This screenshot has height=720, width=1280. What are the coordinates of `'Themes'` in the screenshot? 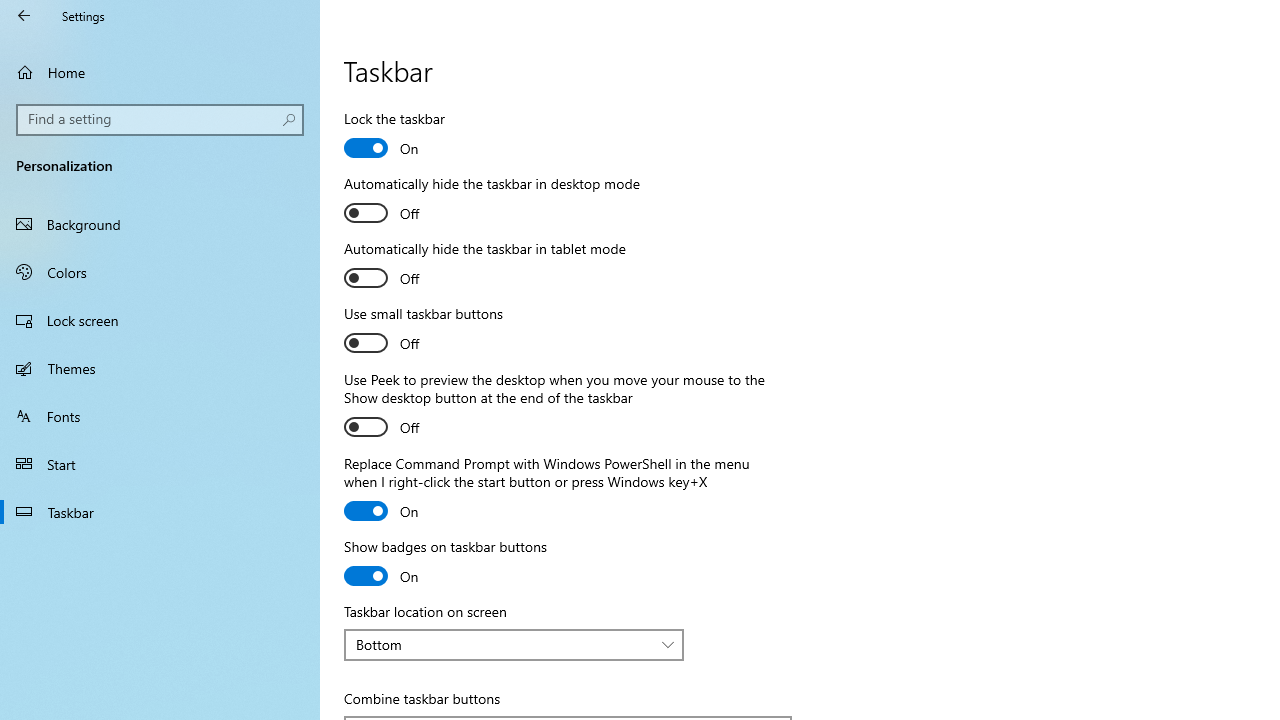 It's located at (160, 367).